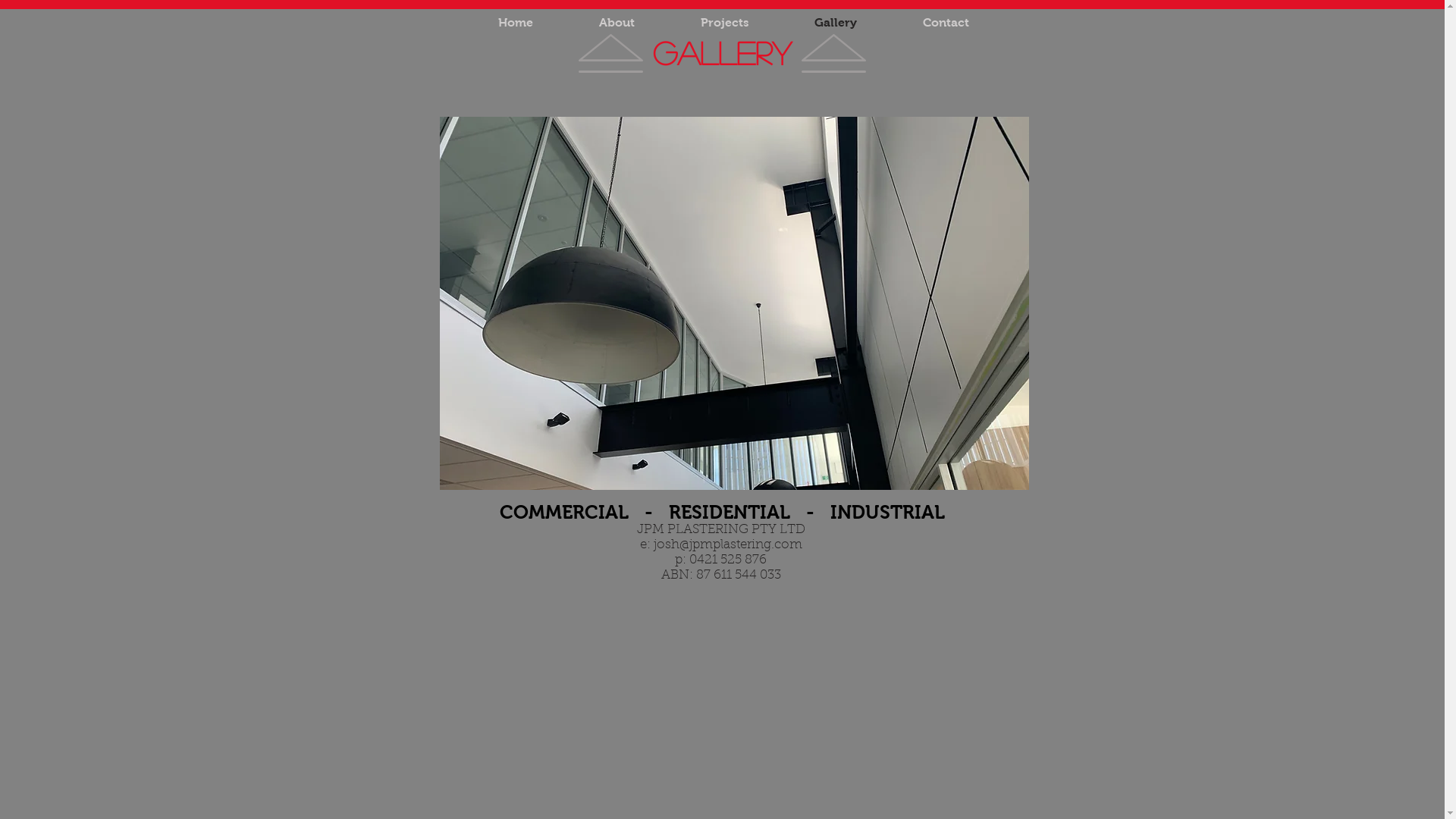  What do you see at coordinates (516, 23) in the screenshot?
I see `'Home'` at bounding box center [516, 23].